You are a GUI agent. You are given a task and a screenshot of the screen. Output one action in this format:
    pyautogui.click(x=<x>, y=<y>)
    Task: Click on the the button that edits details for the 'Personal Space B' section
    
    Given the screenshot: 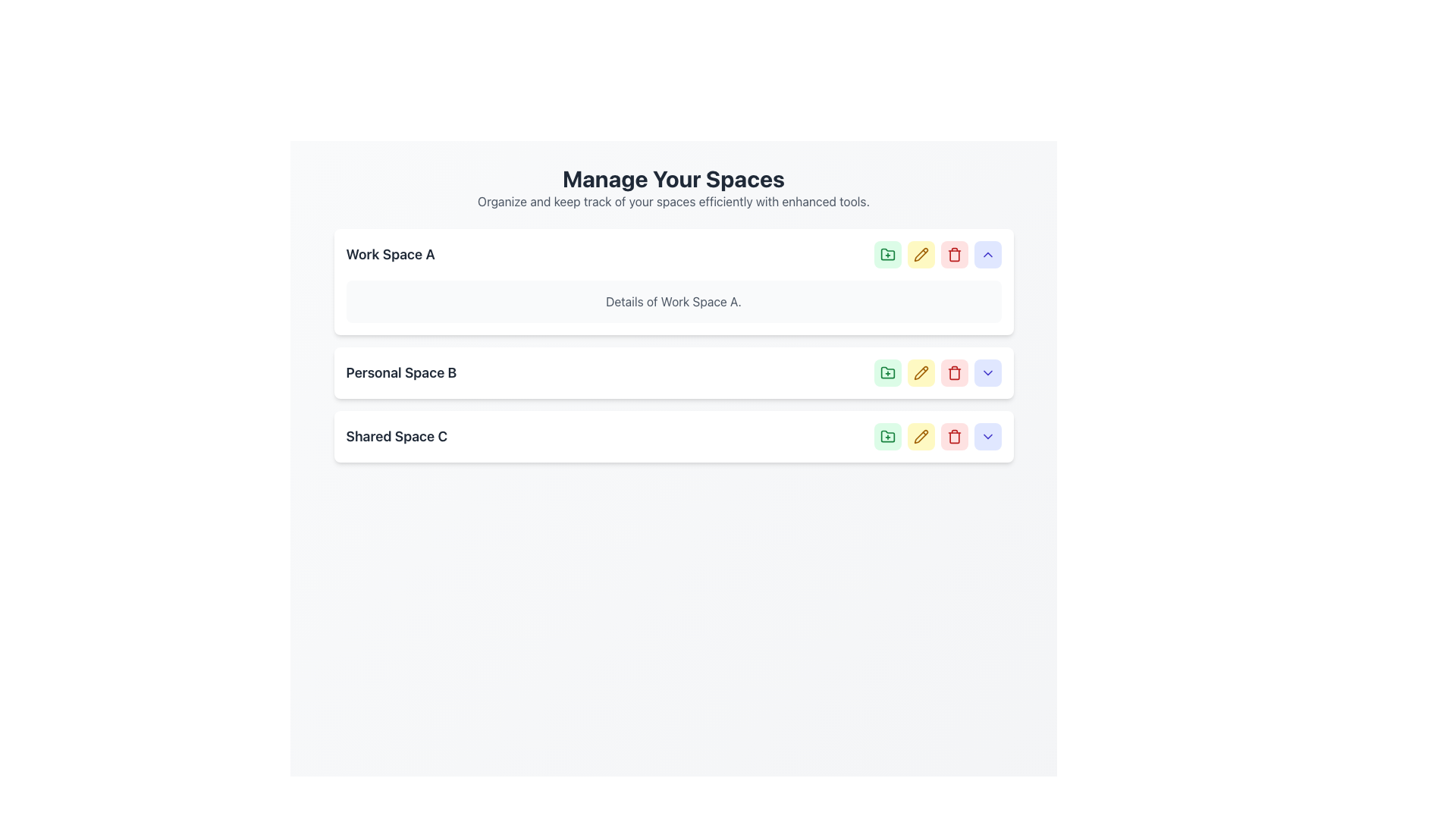 What is the action you would take?
    pyautogui.click(x=937, y=373)
    